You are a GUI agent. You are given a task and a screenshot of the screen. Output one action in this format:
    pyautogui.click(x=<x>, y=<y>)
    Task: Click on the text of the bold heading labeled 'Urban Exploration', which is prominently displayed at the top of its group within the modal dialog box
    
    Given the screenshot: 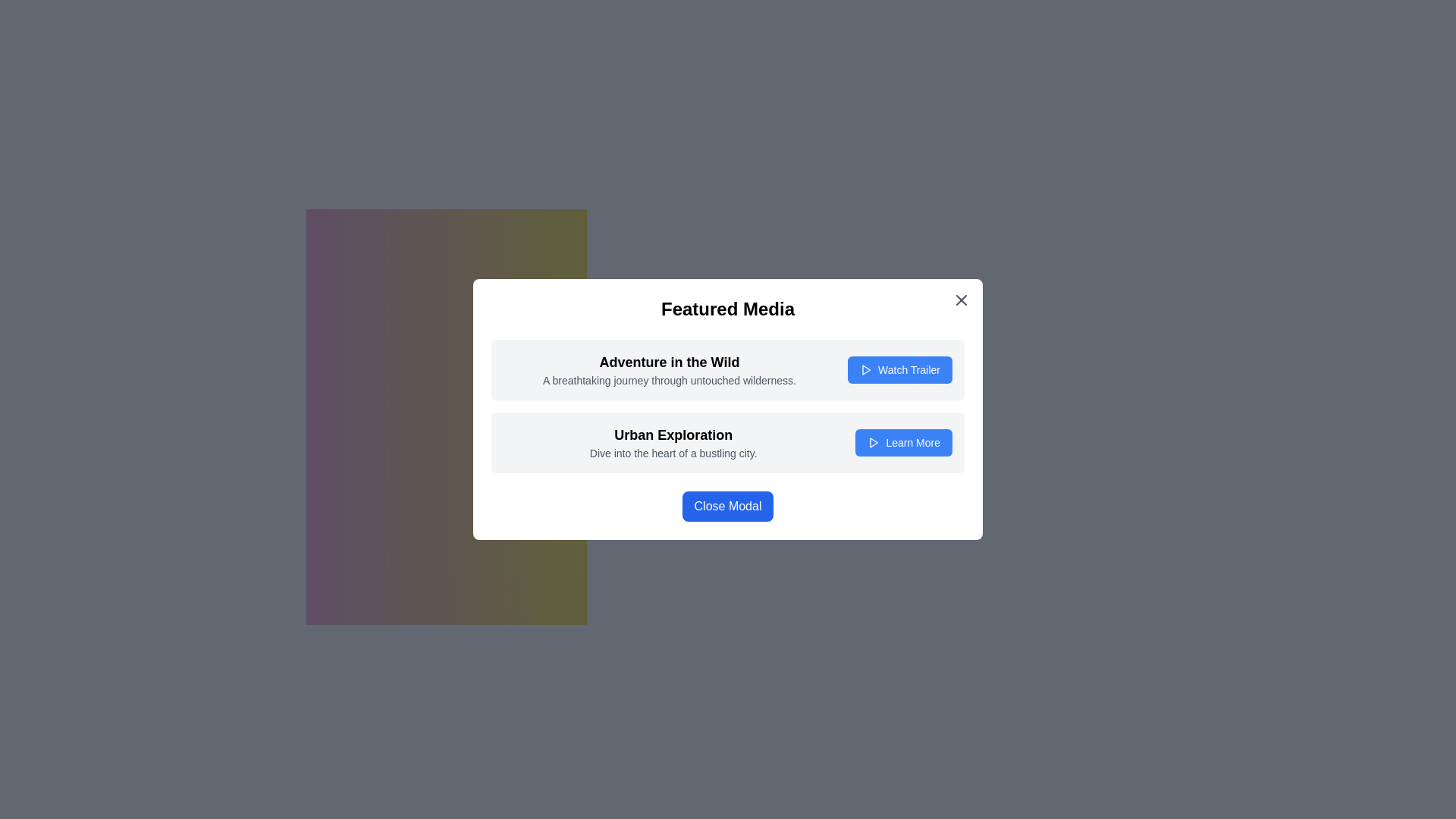 What is the action you would take?
    pyautogui.click(x=673, y=435)
    